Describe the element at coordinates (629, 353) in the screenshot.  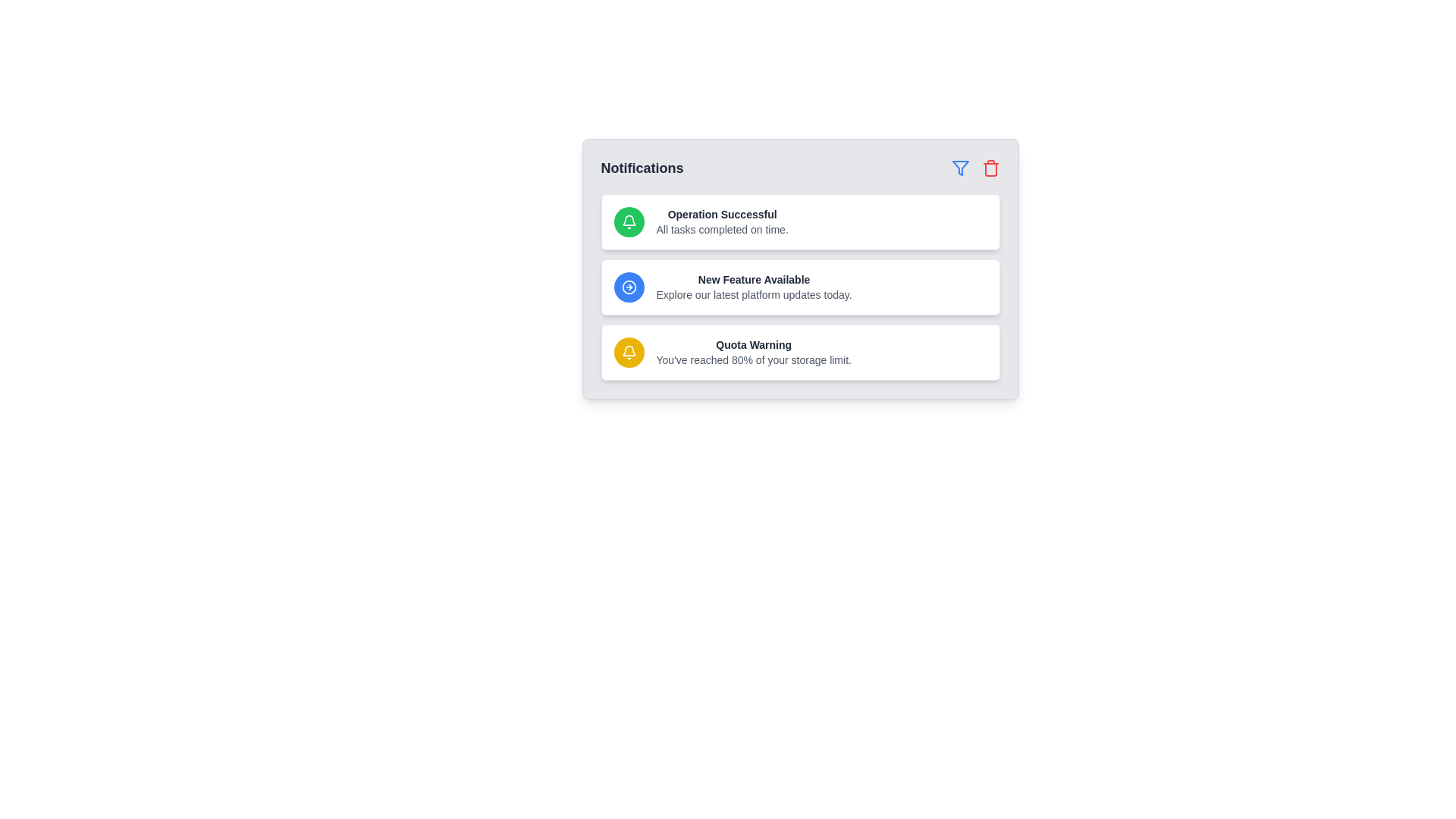
I see `the bell icon, which is located within a yellow circular background at the bottom of the notifications panel, above the text mentioning the quota warning` at that location.